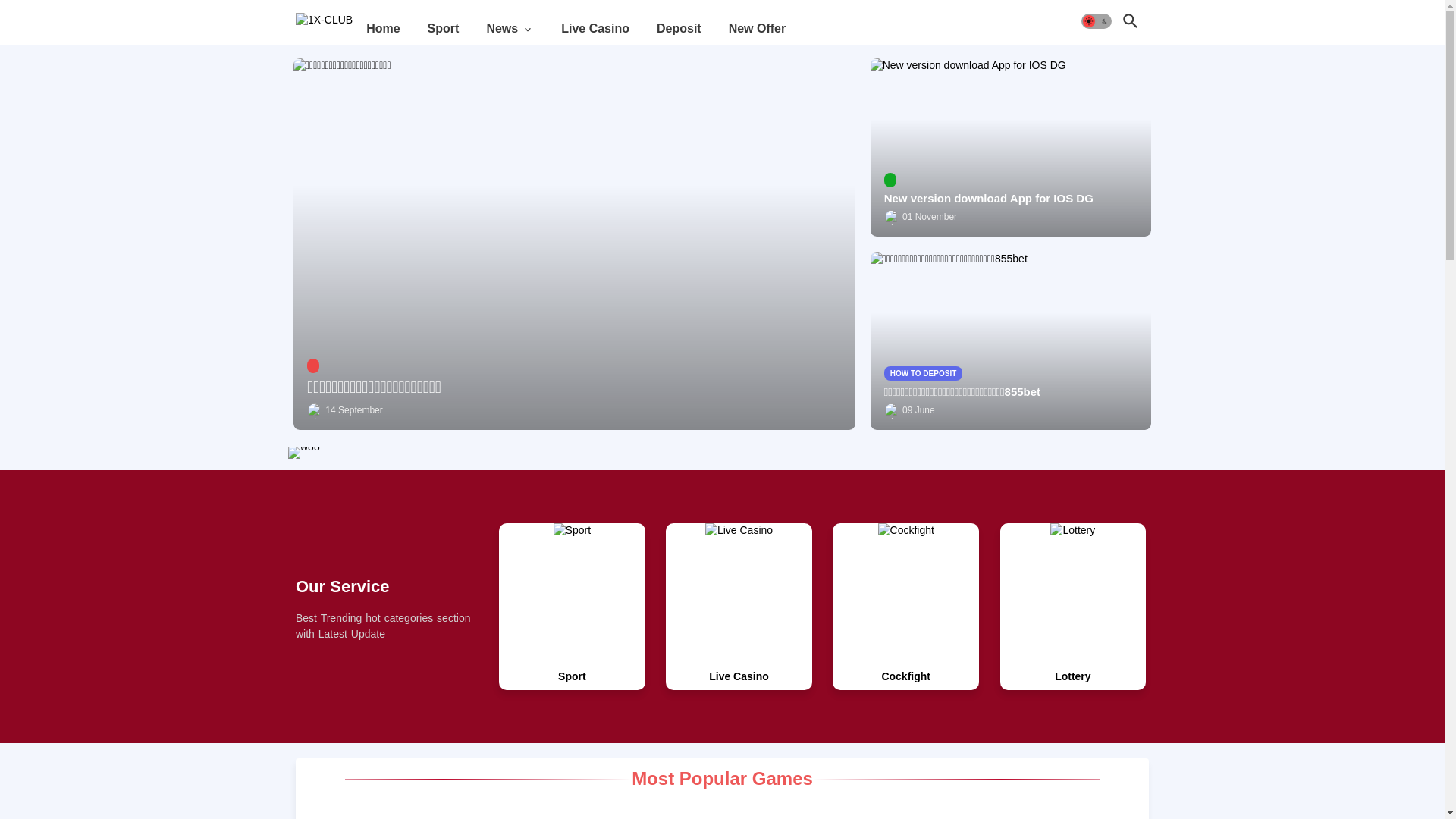 Image resolution: width=1456 pixels, height=819 pixels. I want to click on 'New Offer', so click(757, 29).